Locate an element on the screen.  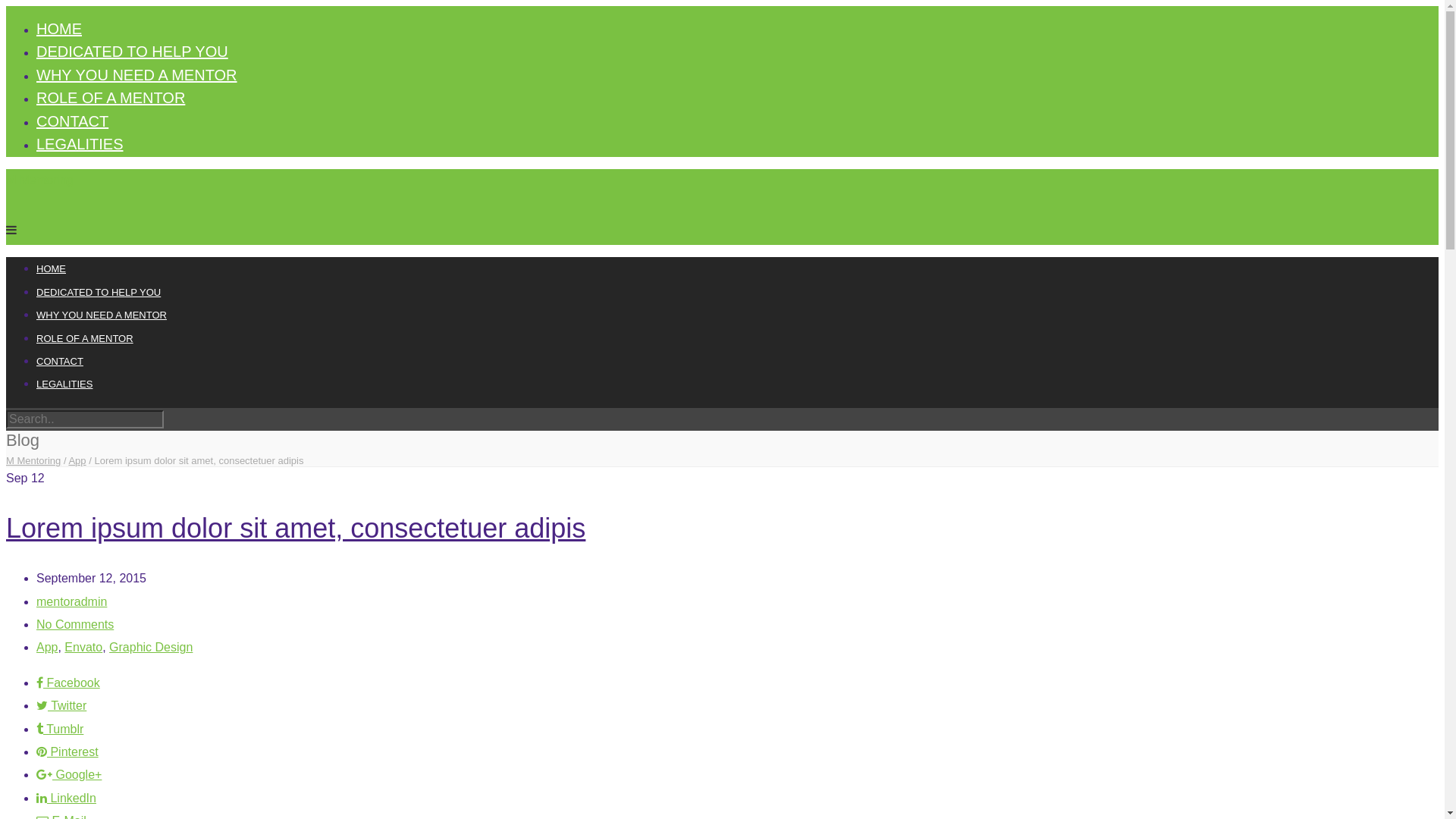
'CONTACT' is located at coordinates (59, 361).